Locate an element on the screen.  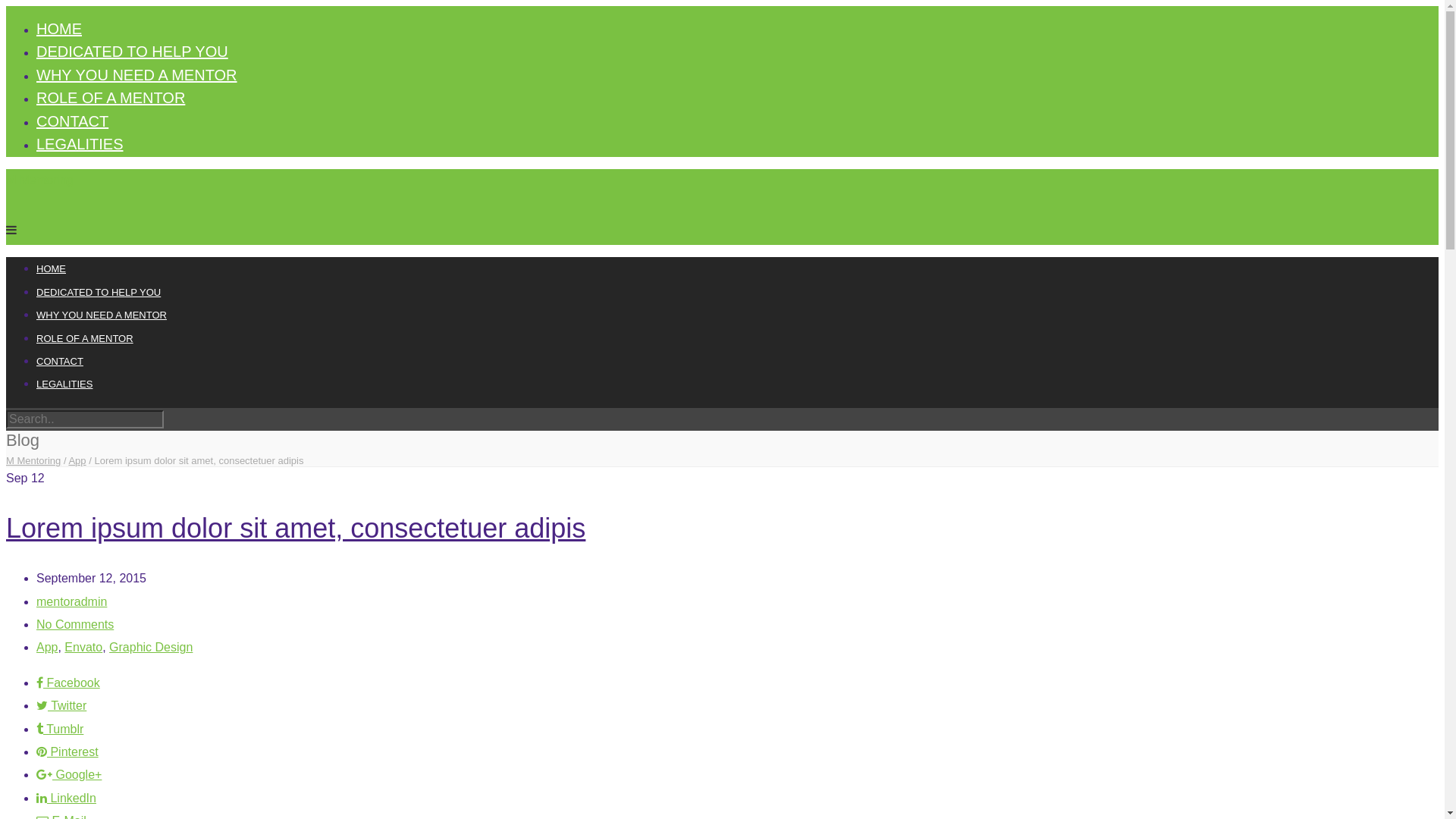
'CONTACT' is located at coordinates (59, 361).